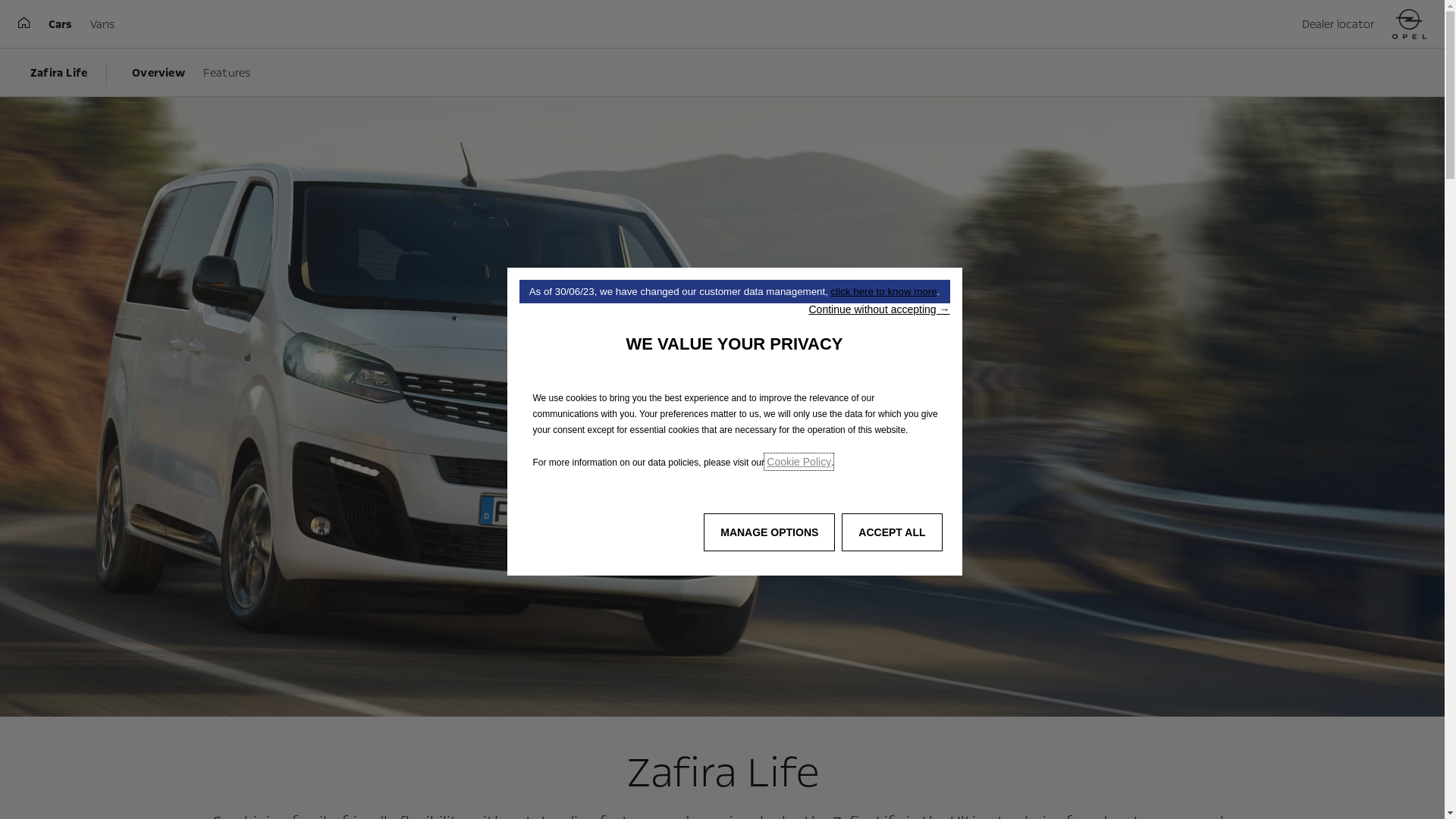 This screenshot has height=819, width=1456. Describe the element at coordinates (158, 73) in the screenshot. I see `'Overview'` at that location.